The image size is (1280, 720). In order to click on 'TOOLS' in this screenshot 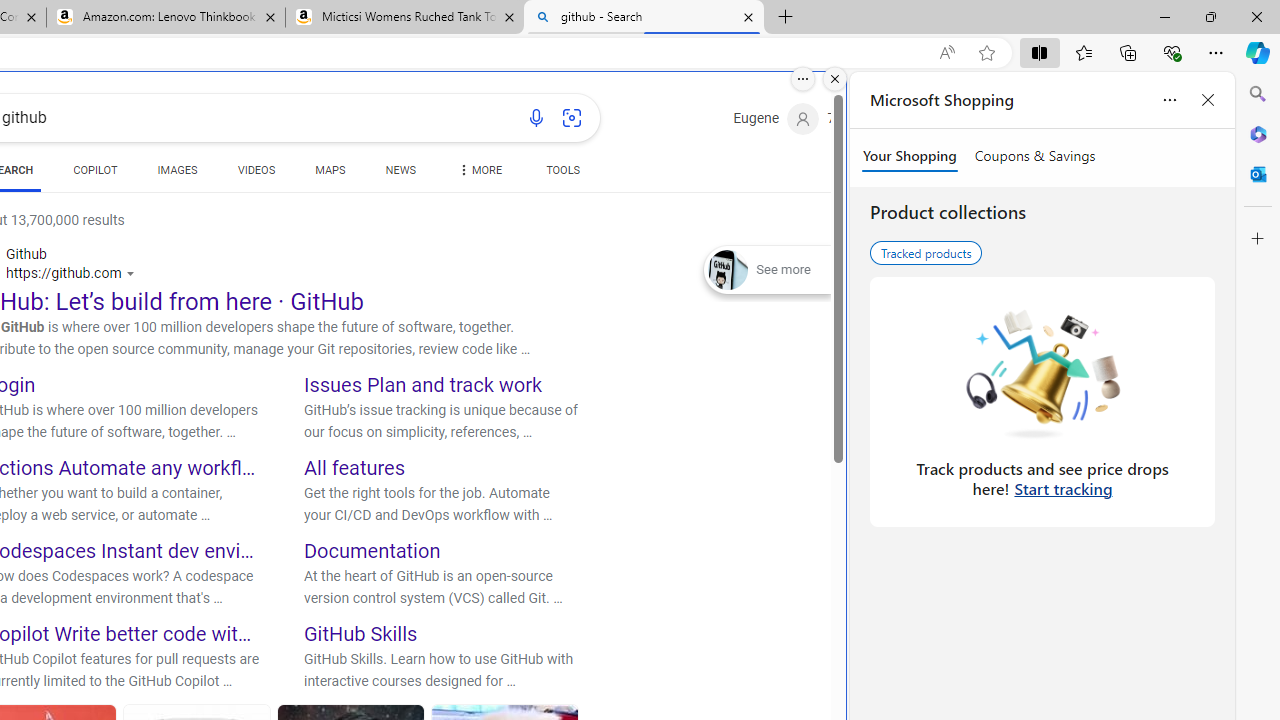, I will do `click(562, 170)`.